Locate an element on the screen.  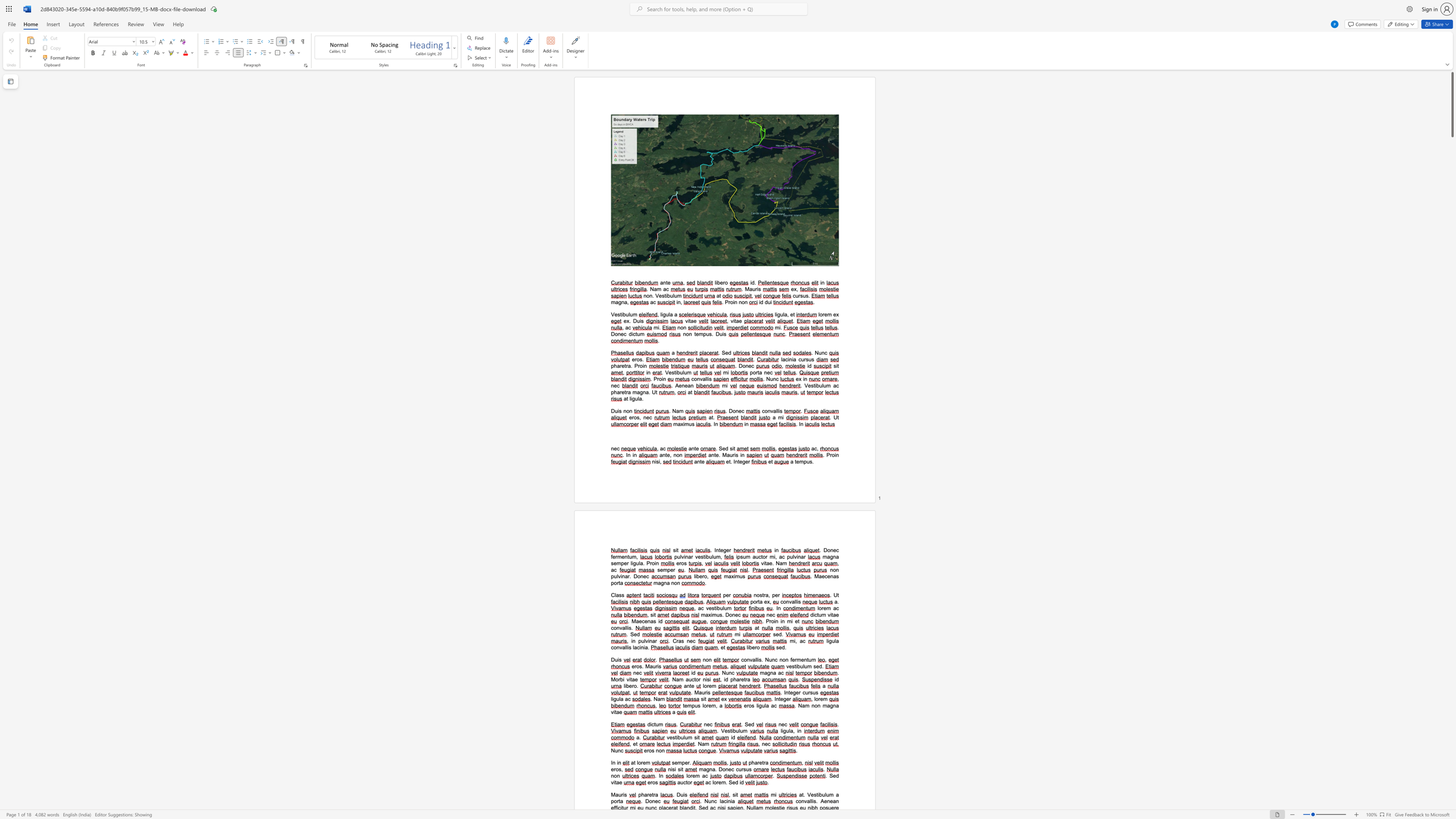
the space between the continuous character "o" and "s" in the text is located at coordinates (759, 594).